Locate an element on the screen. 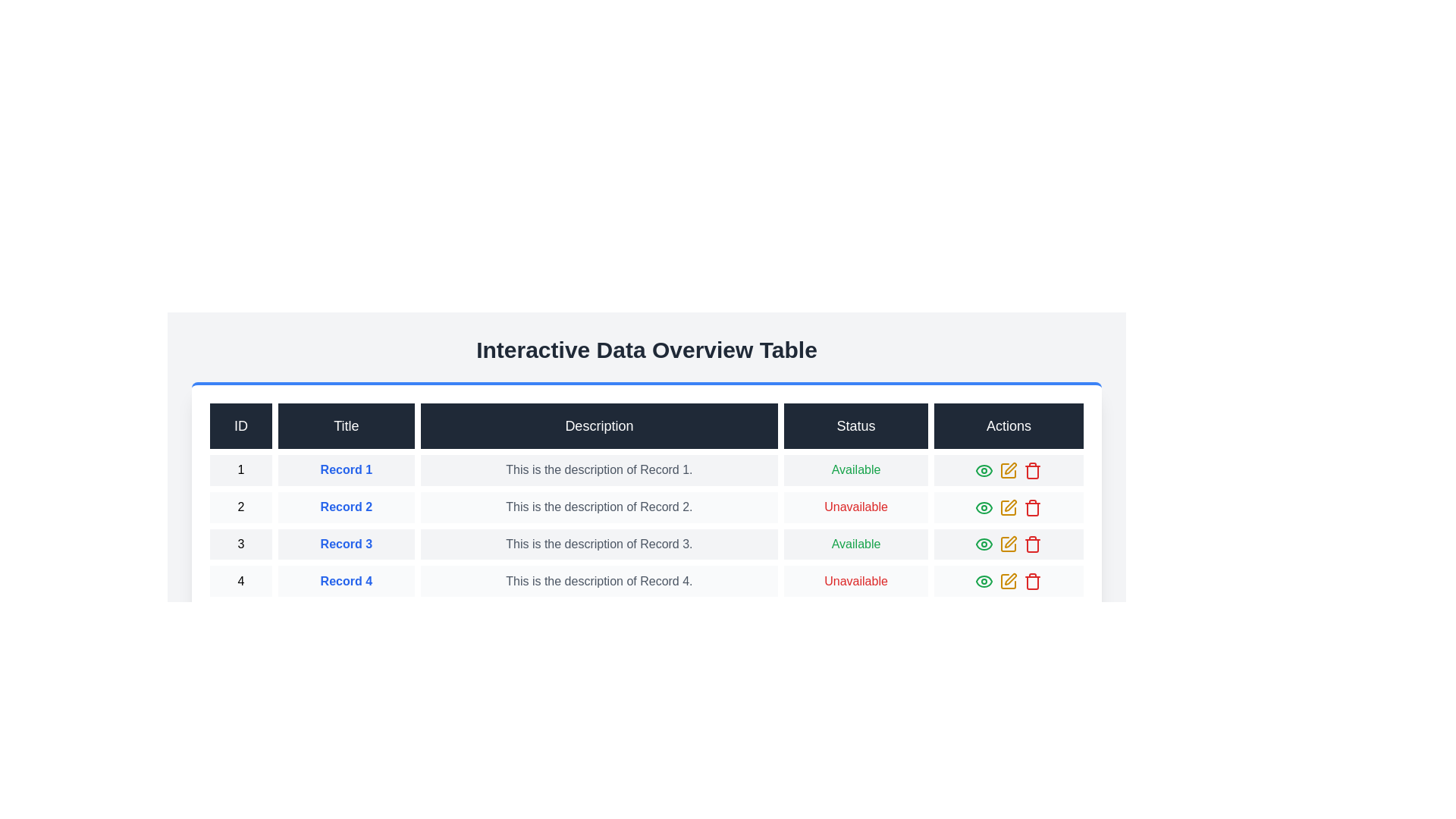  the column header Description to sort the table by that column is located at coordinates (598, 426).